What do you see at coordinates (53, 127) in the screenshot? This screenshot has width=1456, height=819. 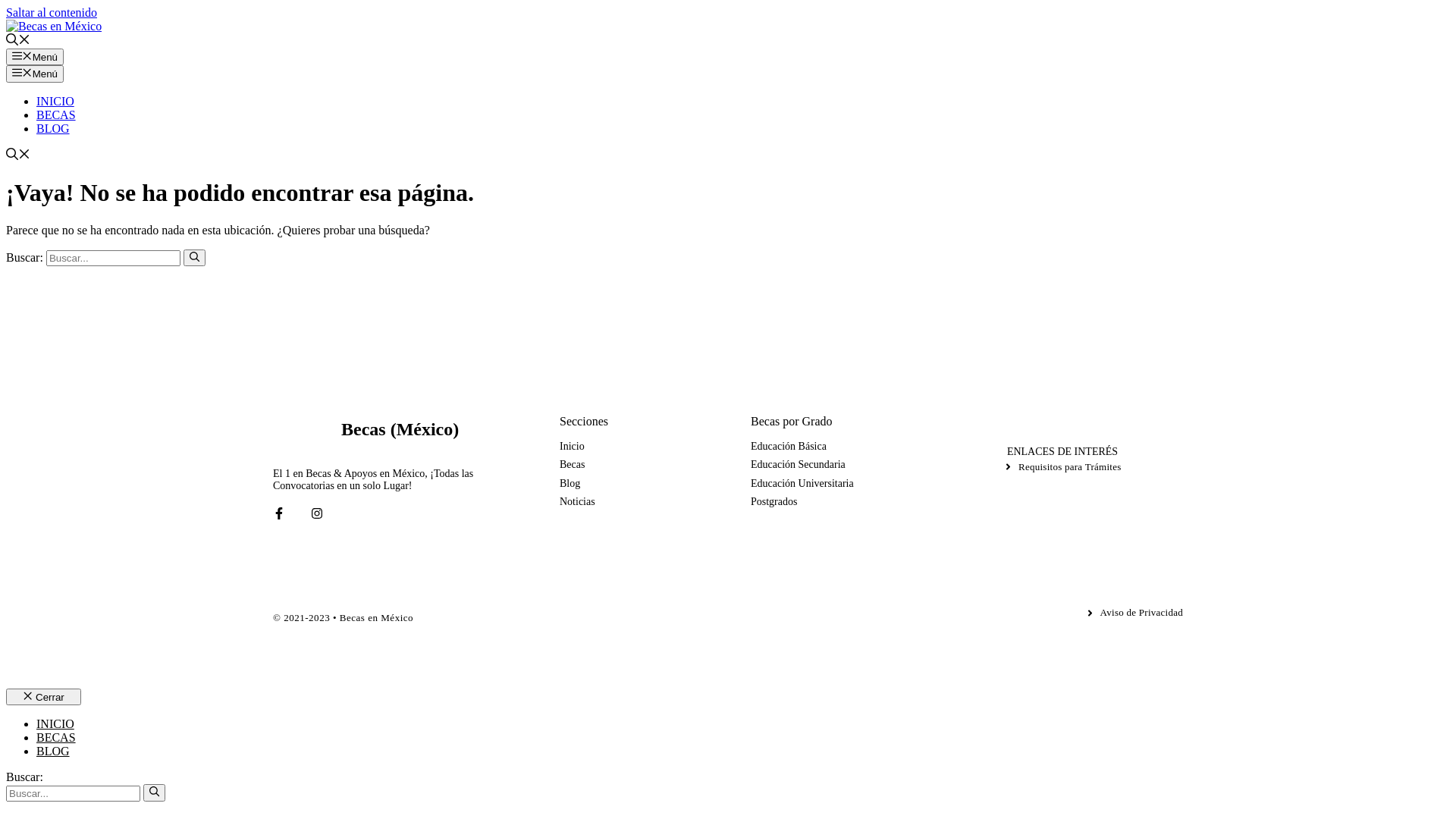 I see `'BLOG'` at bounding box center [53, 127].